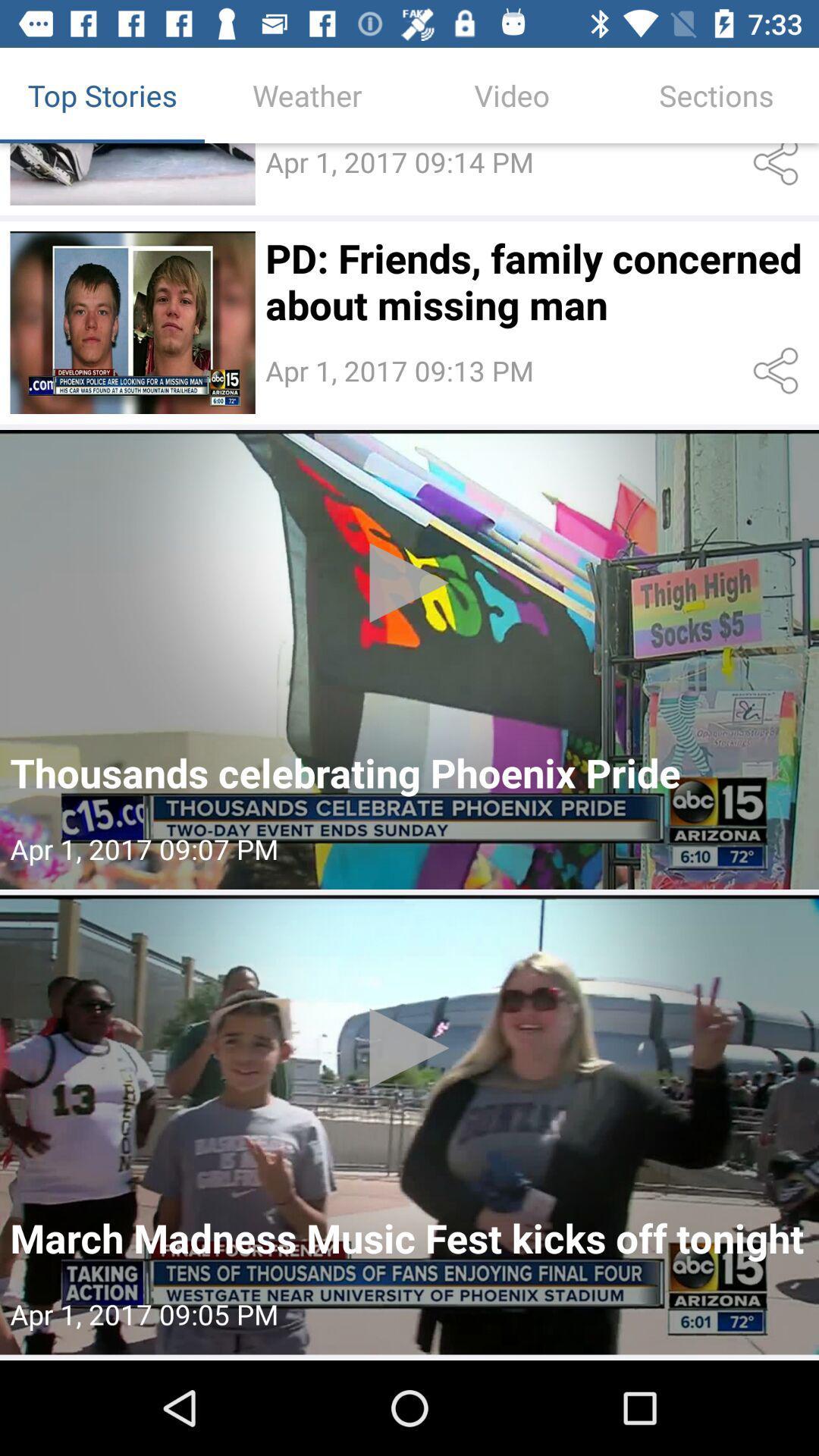  What do you see at coordinates (779, 168) in the screenshot?
I see `share` at bounding box center [779, 168].